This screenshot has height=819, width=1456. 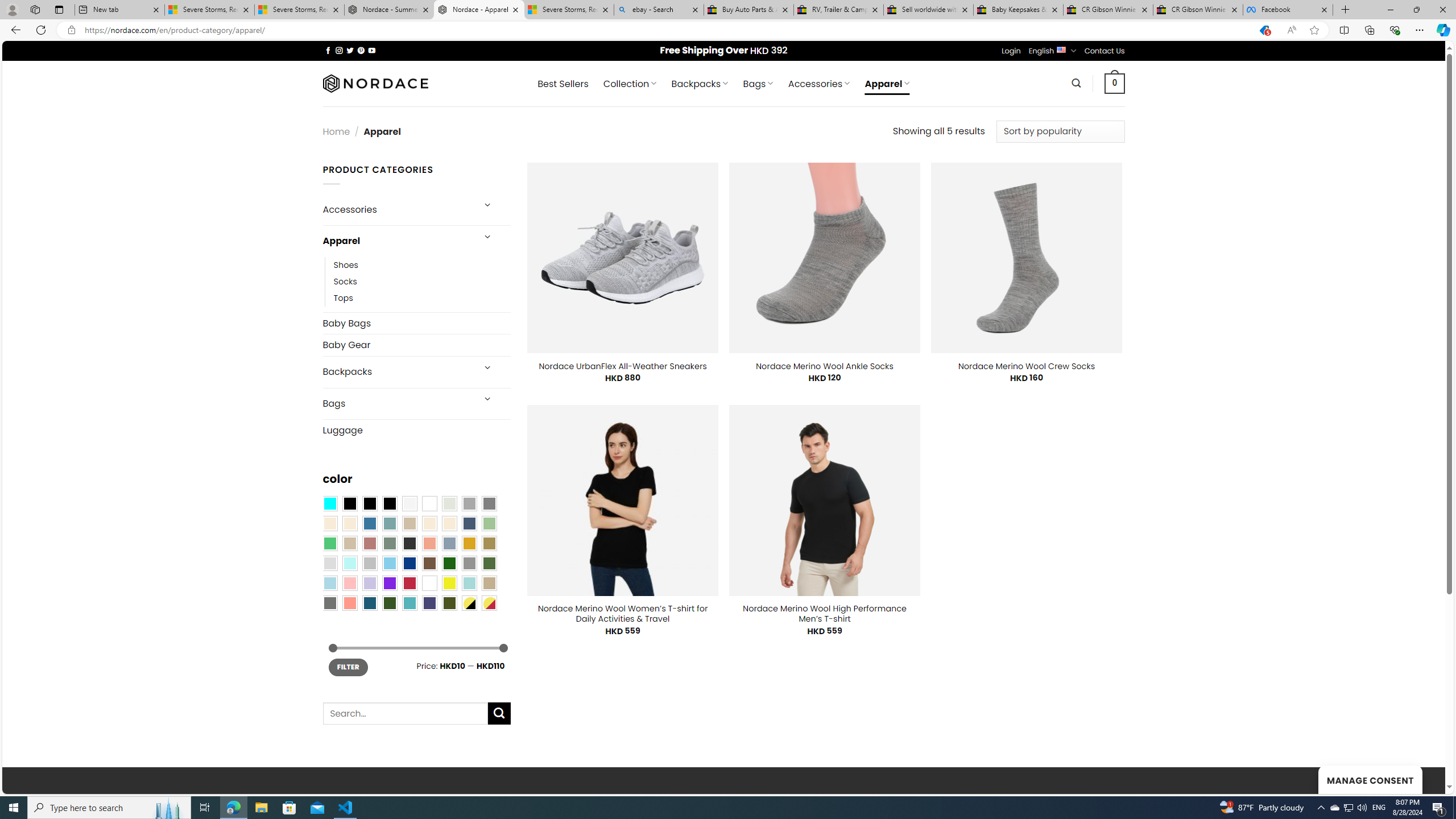 I want to click on 'Light Gray', so click(x=329, y=562).